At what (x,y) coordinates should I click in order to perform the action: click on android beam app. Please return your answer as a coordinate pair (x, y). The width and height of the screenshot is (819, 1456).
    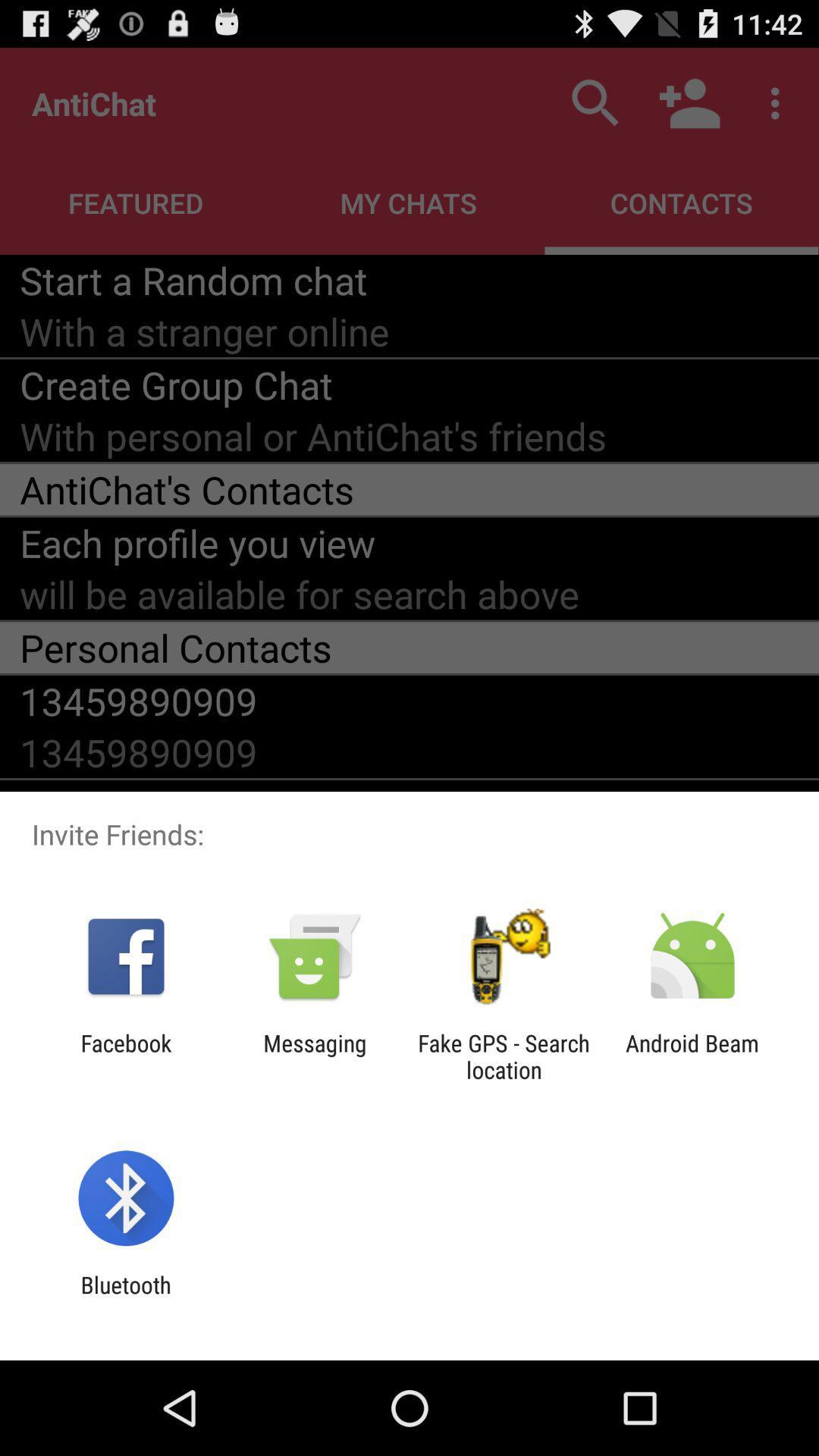
    Looking at the image, I should click on (692, 1056).